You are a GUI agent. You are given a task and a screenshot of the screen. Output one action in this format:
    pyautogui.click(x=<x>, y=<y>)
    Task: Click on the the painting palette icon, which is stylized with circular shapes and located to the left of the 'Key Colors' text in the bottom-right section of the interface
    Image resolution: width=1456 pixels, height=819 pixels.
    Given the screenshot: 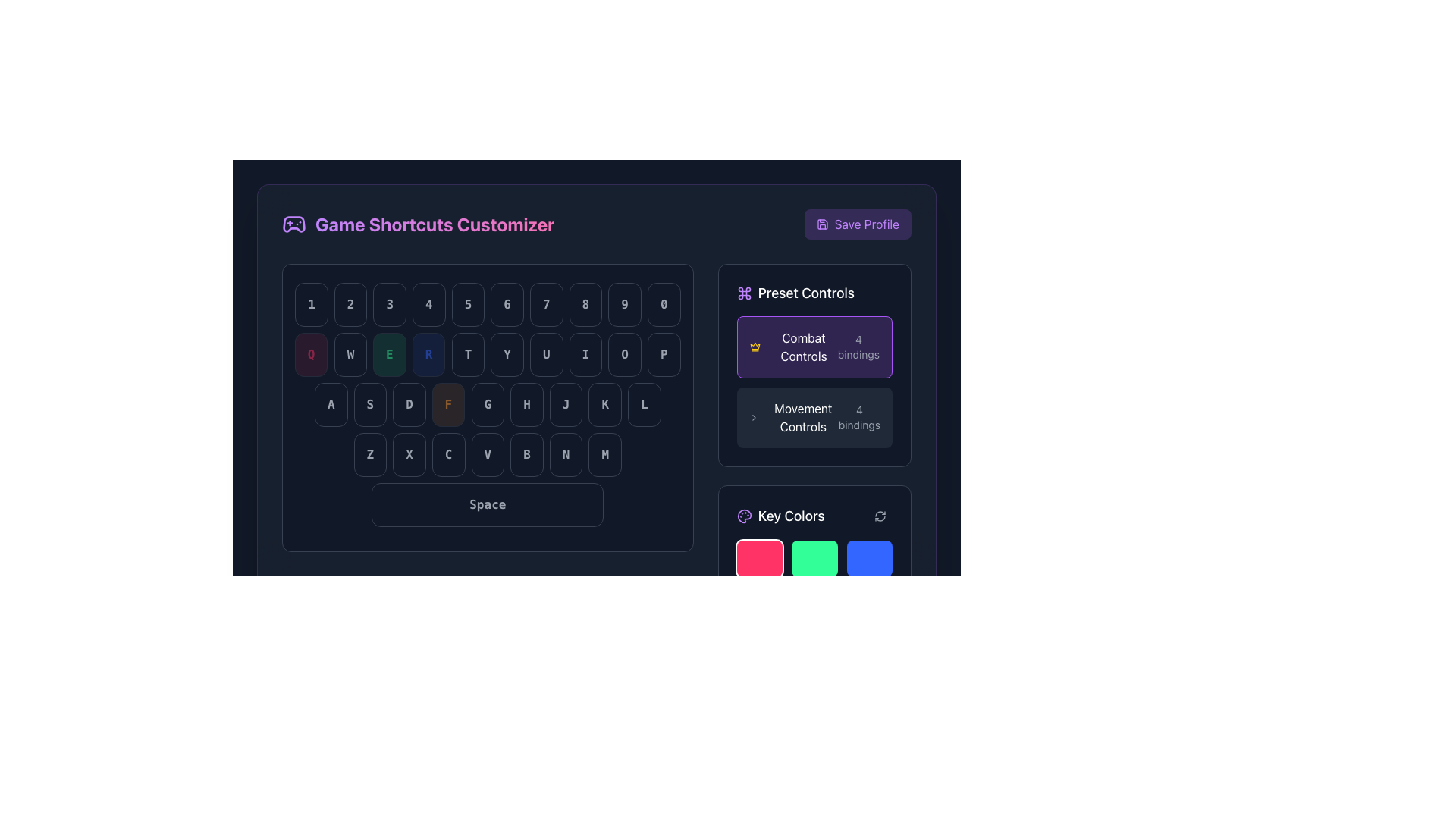 What is the action you would take?
    pyautogui.click(x=744, y=516)
    